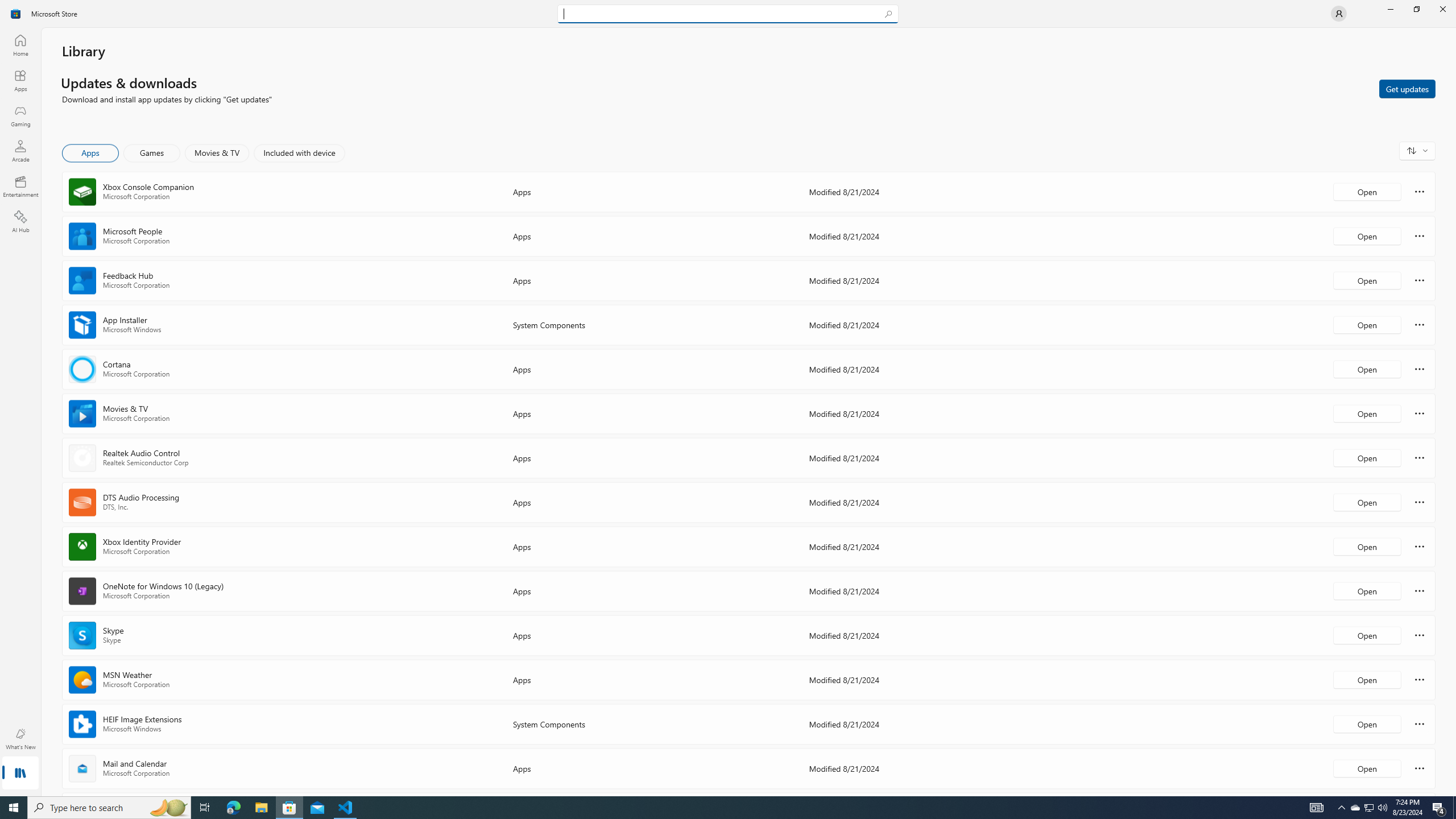  Describe the element at coordinates (19, 773) in the screenshot. I see `'Library'` at that location.